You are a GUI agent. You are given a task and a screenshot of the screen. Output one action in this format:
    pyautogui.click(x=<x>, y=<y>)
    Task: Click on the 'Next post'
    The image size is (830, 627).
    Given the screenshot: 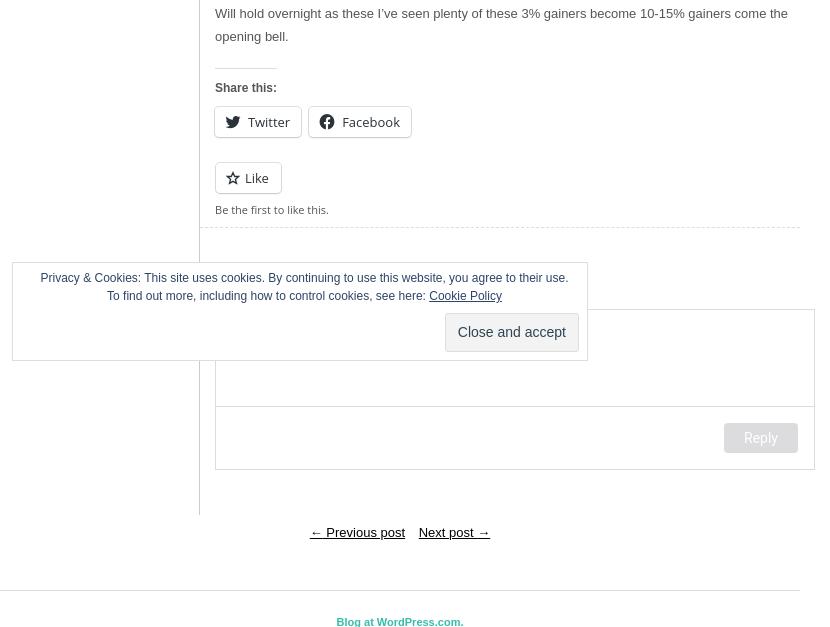 What is the action you would take?
    pyautogui.click(x=447, y=531)
    